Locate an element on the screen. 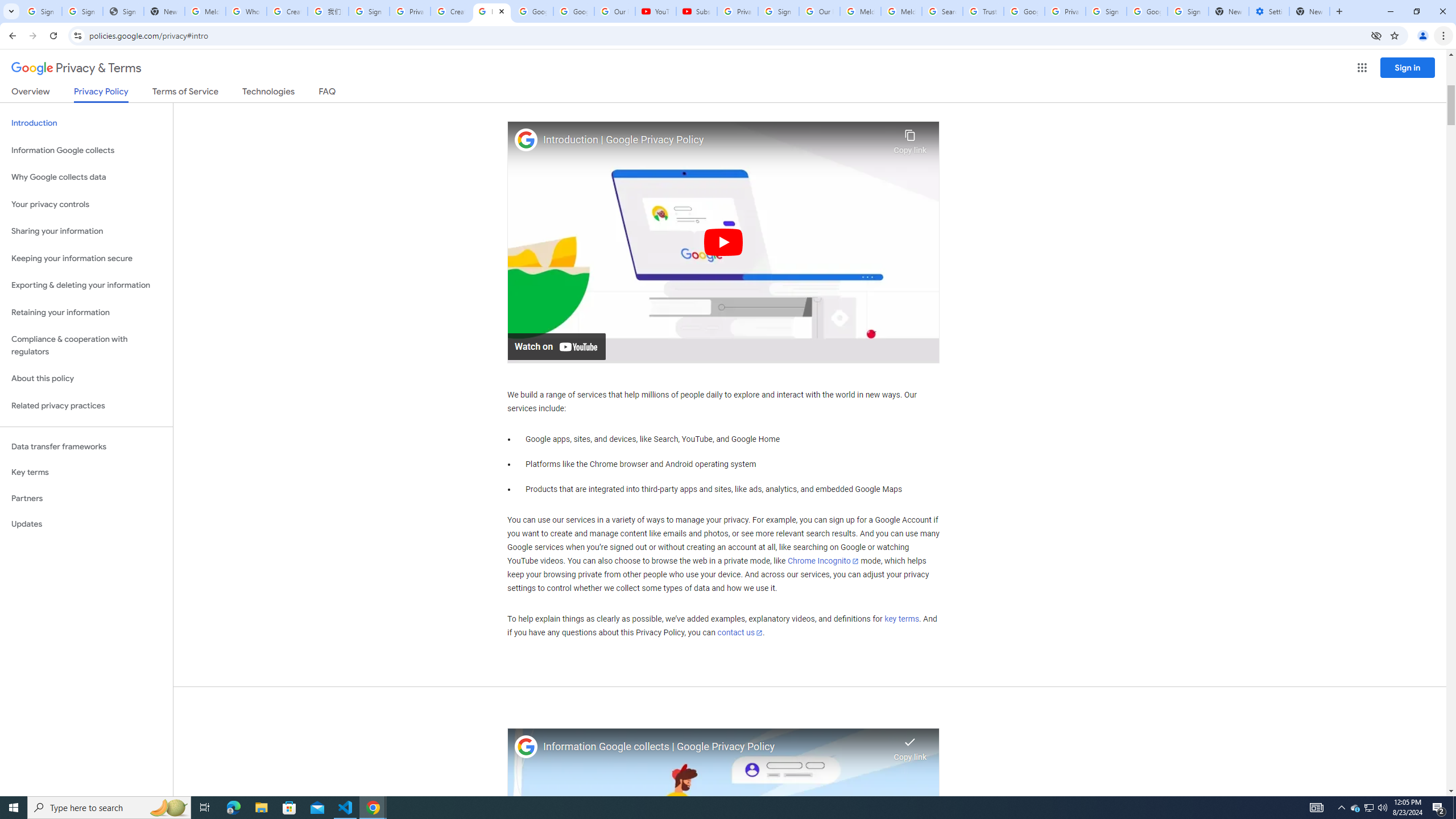 This screenshot has height=819, width=1456. 'Your privacy controls' is located at coordinates (86, 205).